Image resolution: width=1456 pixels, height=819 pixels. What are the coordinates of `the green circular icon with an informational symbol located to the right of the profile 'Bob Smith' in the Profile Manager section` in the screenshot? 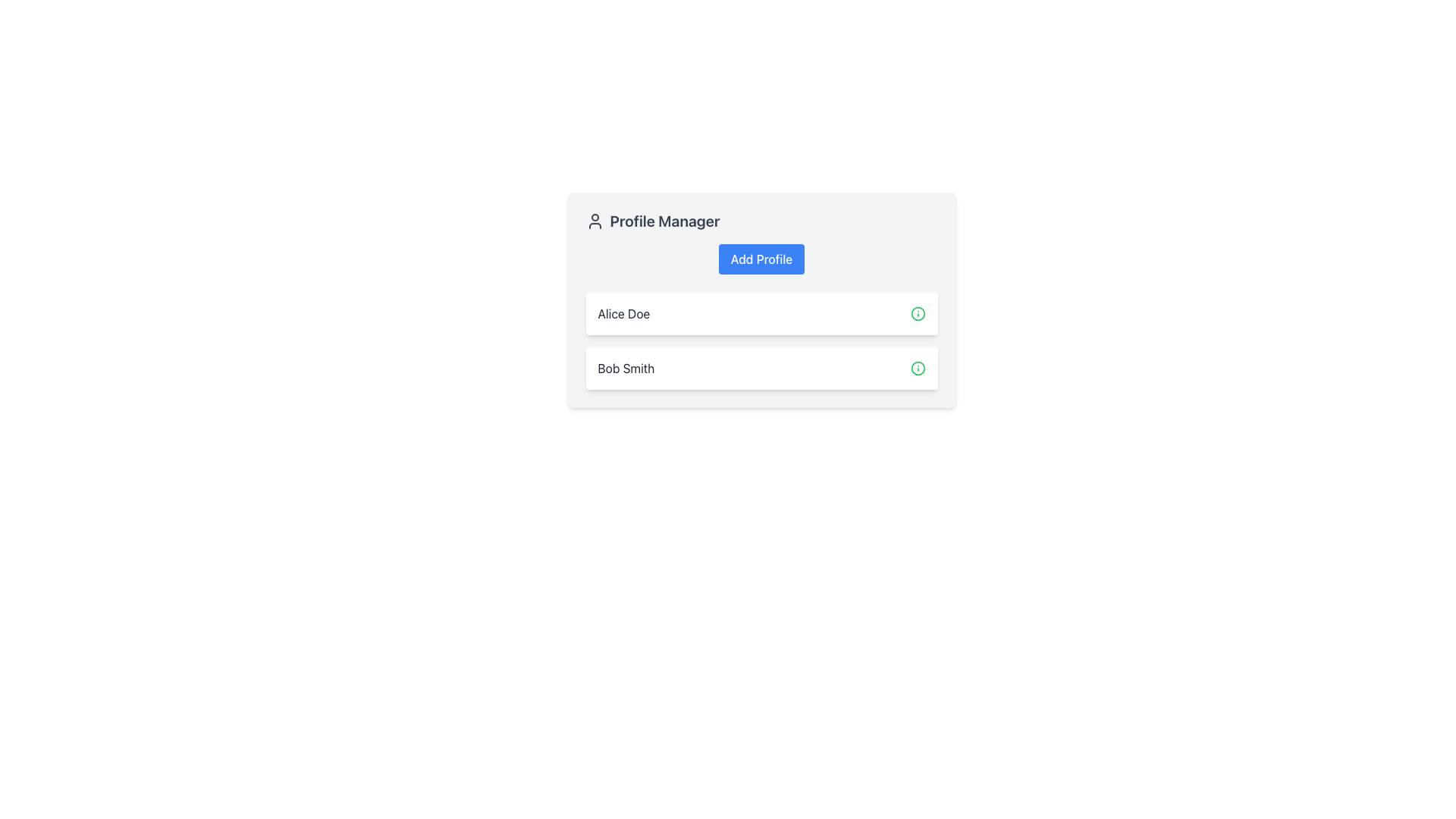 It's located at (917, 369).